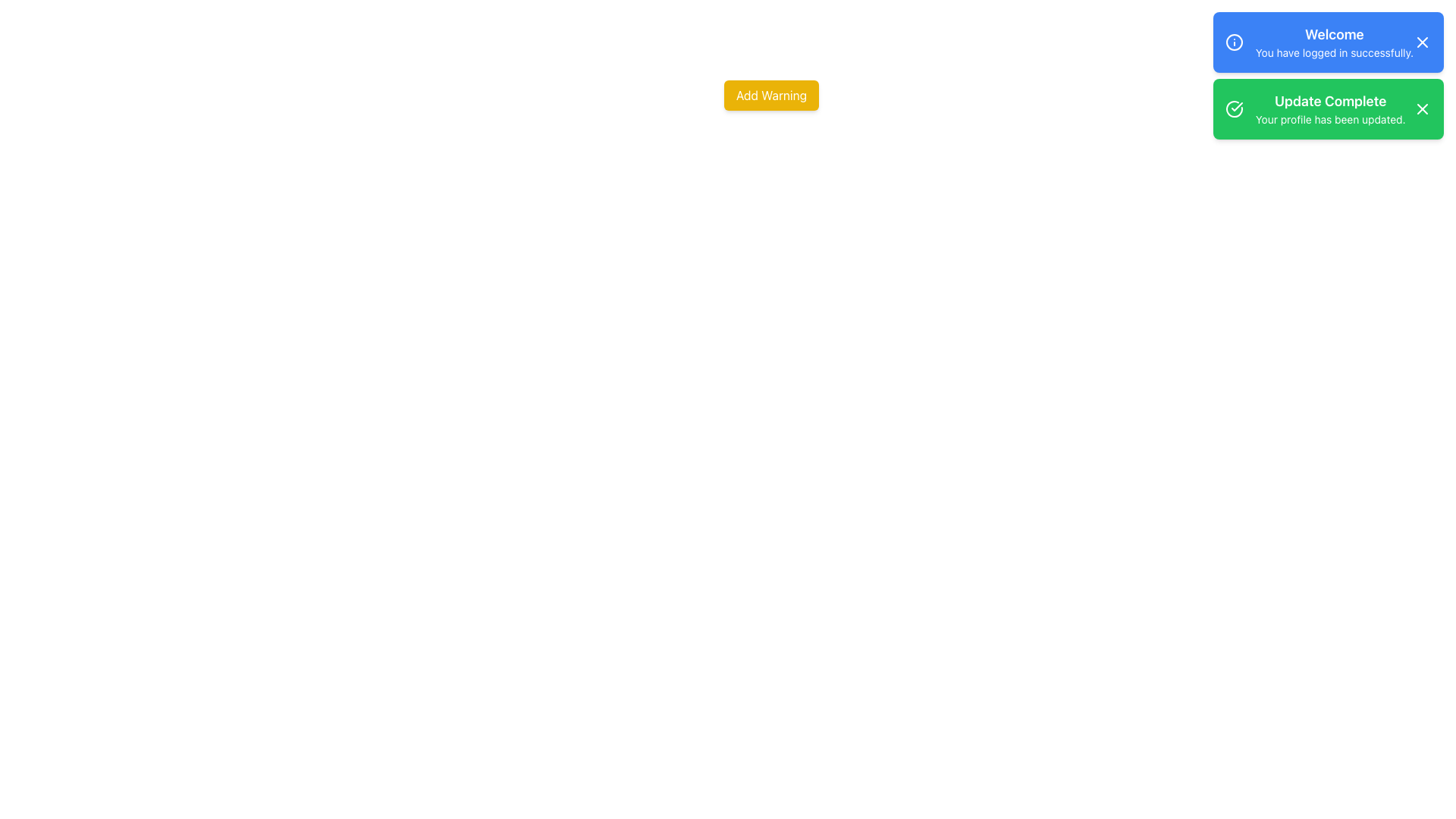  What do you see at coordinates (1234, 108) in the screenshot?
I see `the circular success icon with a green circle and white tick mark, which is positioned to the left of the 'Update Complete' notification` at bounding box center [1234, 108].